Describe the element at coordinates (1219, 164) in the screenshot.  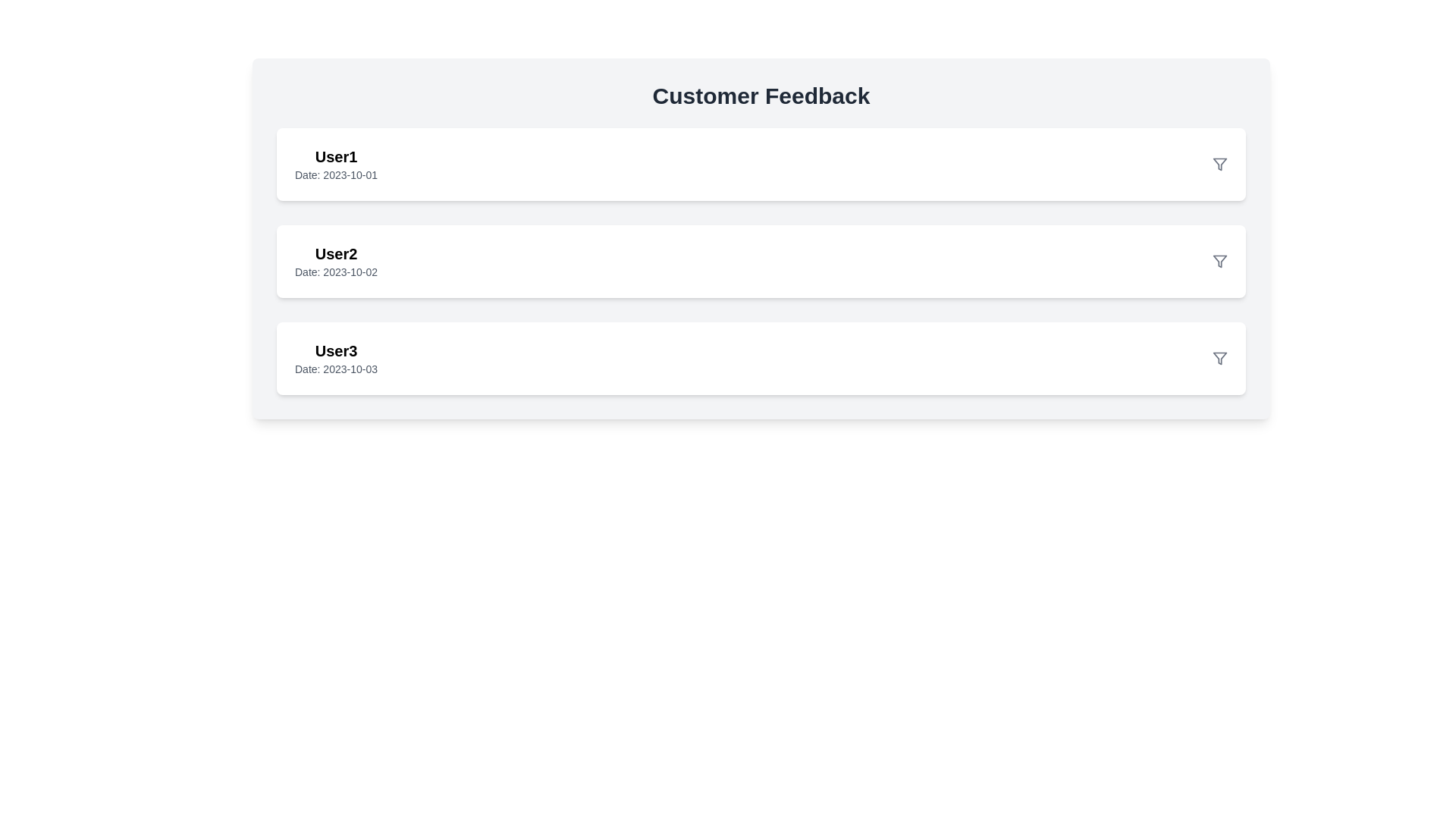
I see `the filter icon, which is a gray triangle with horizontal lines, located at the far right of the row associated with 'User1'` at that location.